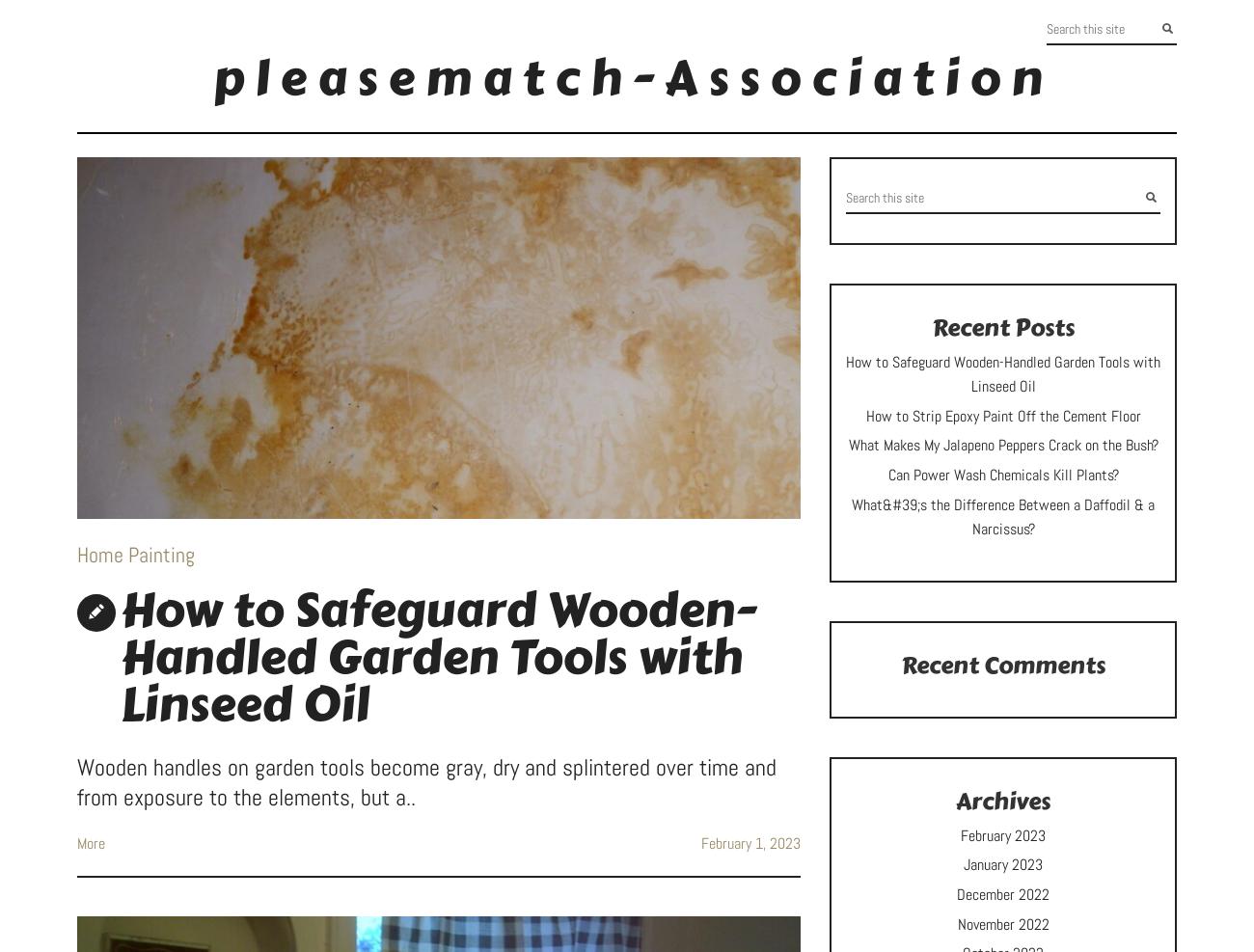  What do you see at coordinates (1003, 893) in the screenshot?
I see `'December 2022'` at bounding box center [1003, 893].